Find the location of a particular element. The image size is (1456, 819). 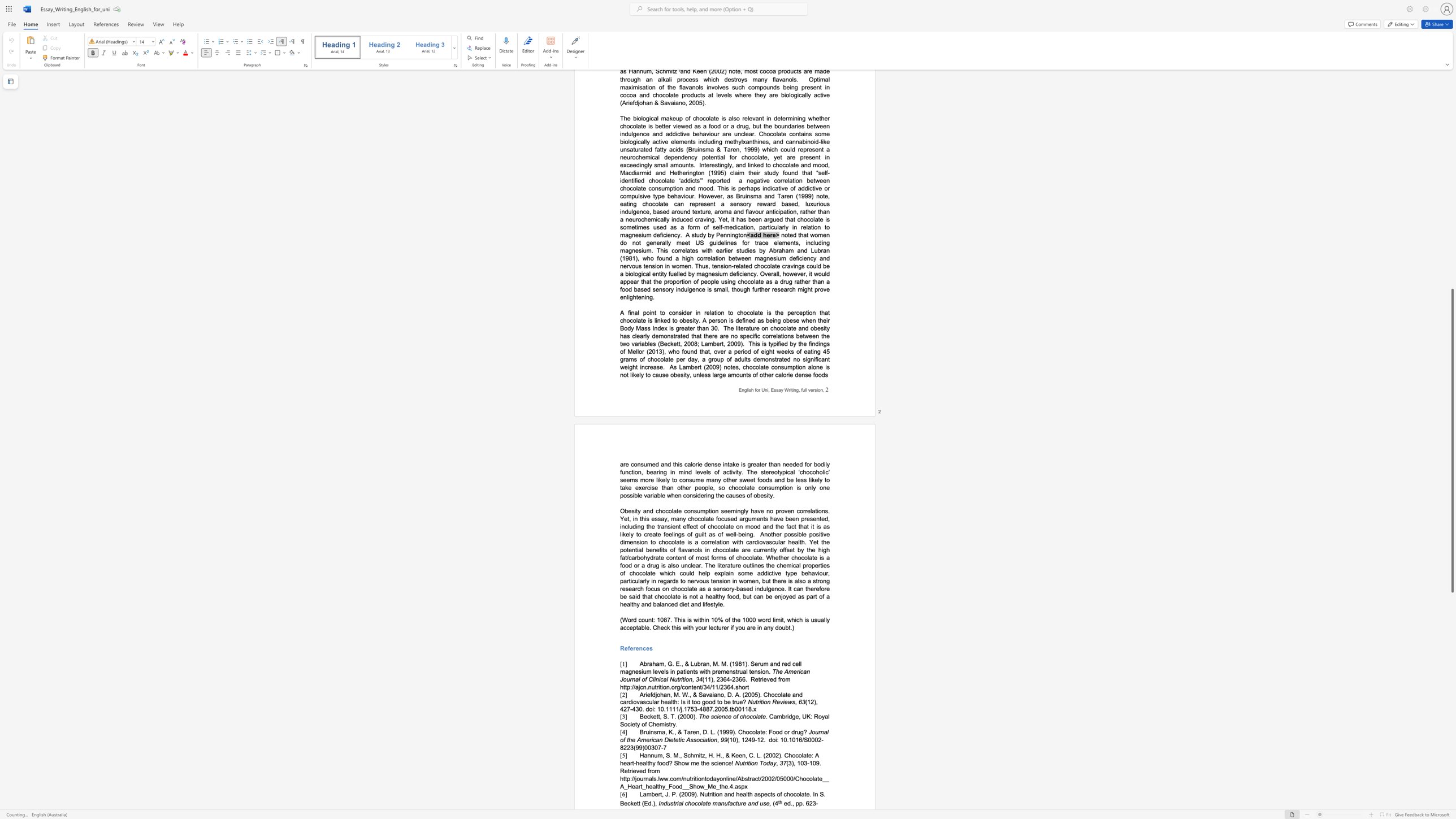

the scrollbar on the right side to scroll the page up is located at coordinates (1451, 136).